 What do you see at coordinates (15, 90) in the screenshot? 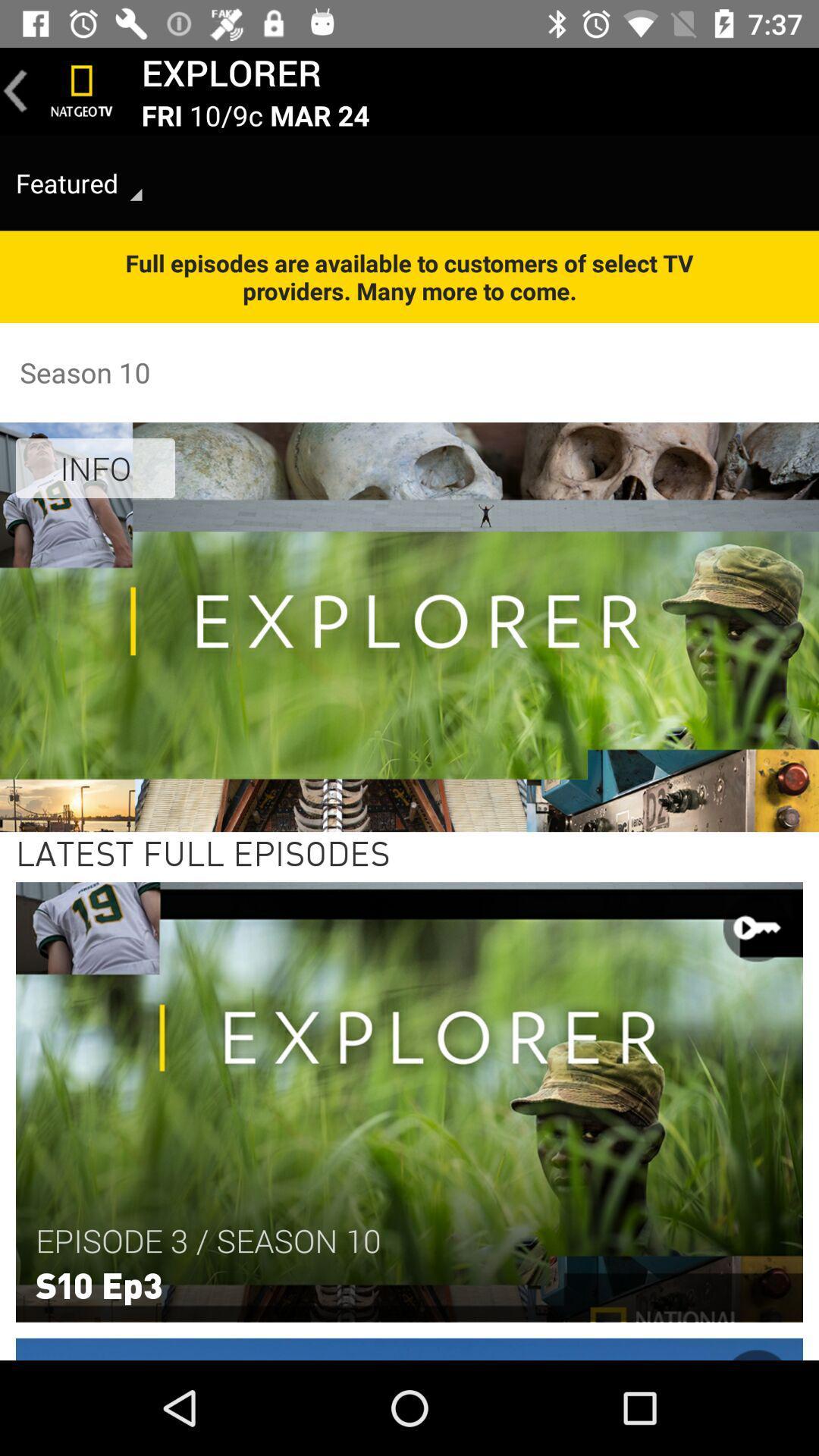
I see `go back` at bounding box center [15, 90].